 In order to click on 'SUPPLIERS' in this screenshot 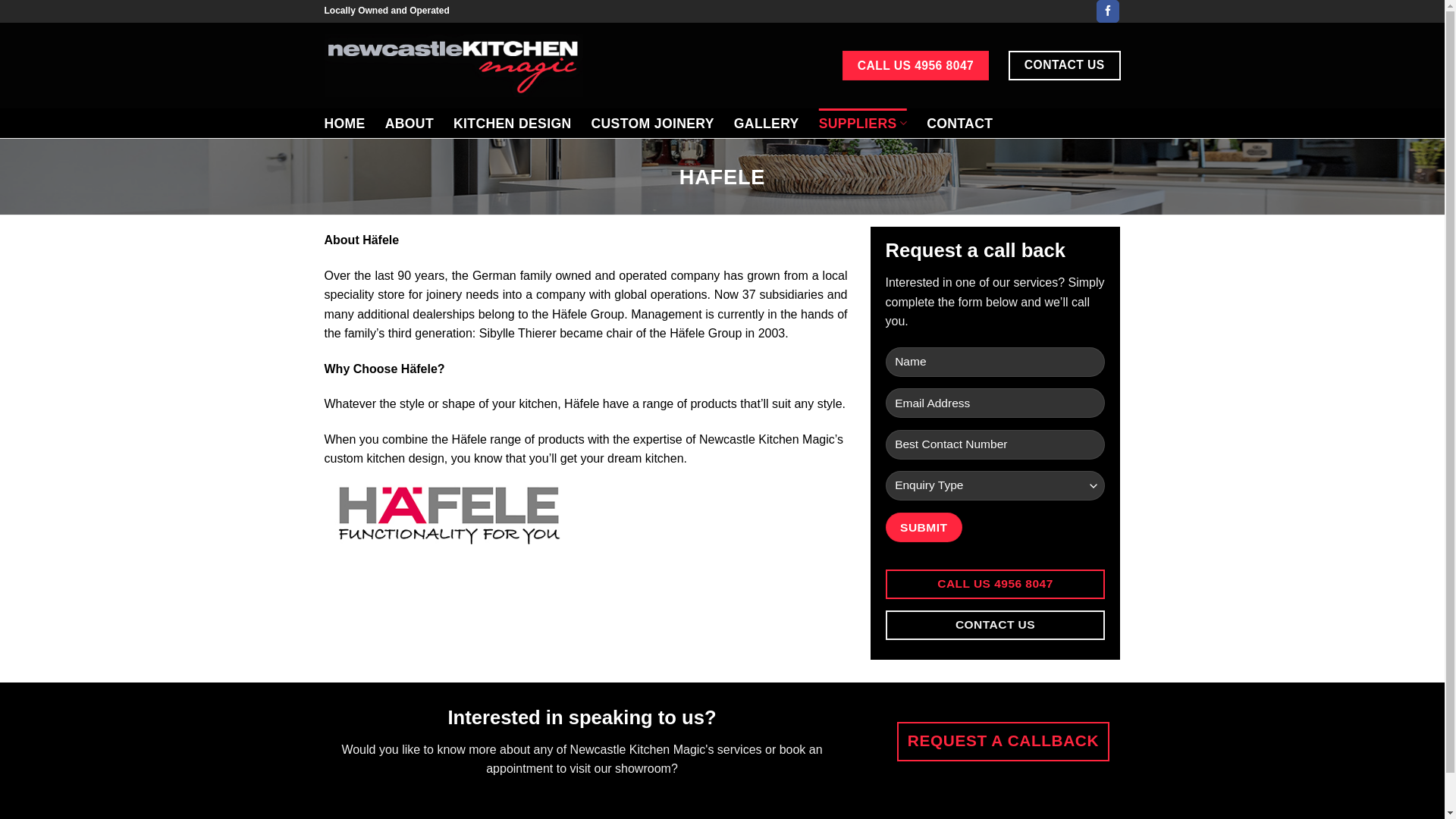, I will do `click(862, 122)`.